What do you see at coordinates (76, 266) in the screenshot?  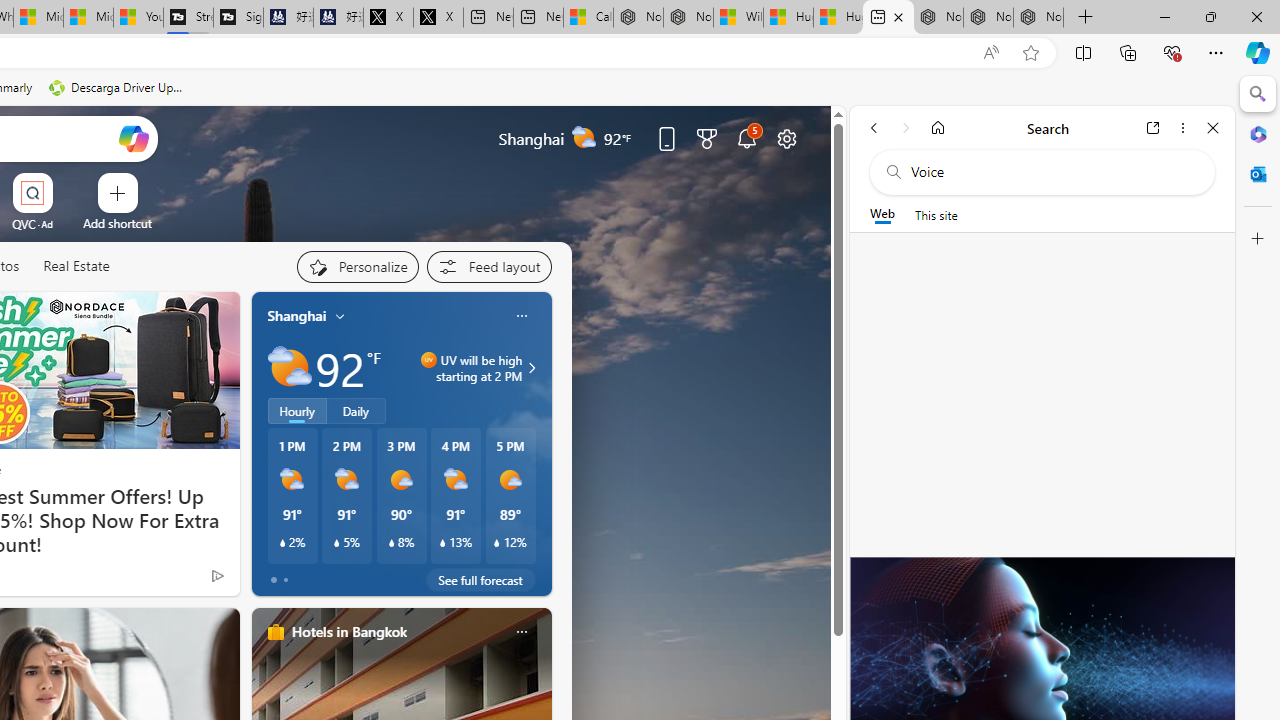 I see `'Real Estate'` at bounding box center [76, 266].